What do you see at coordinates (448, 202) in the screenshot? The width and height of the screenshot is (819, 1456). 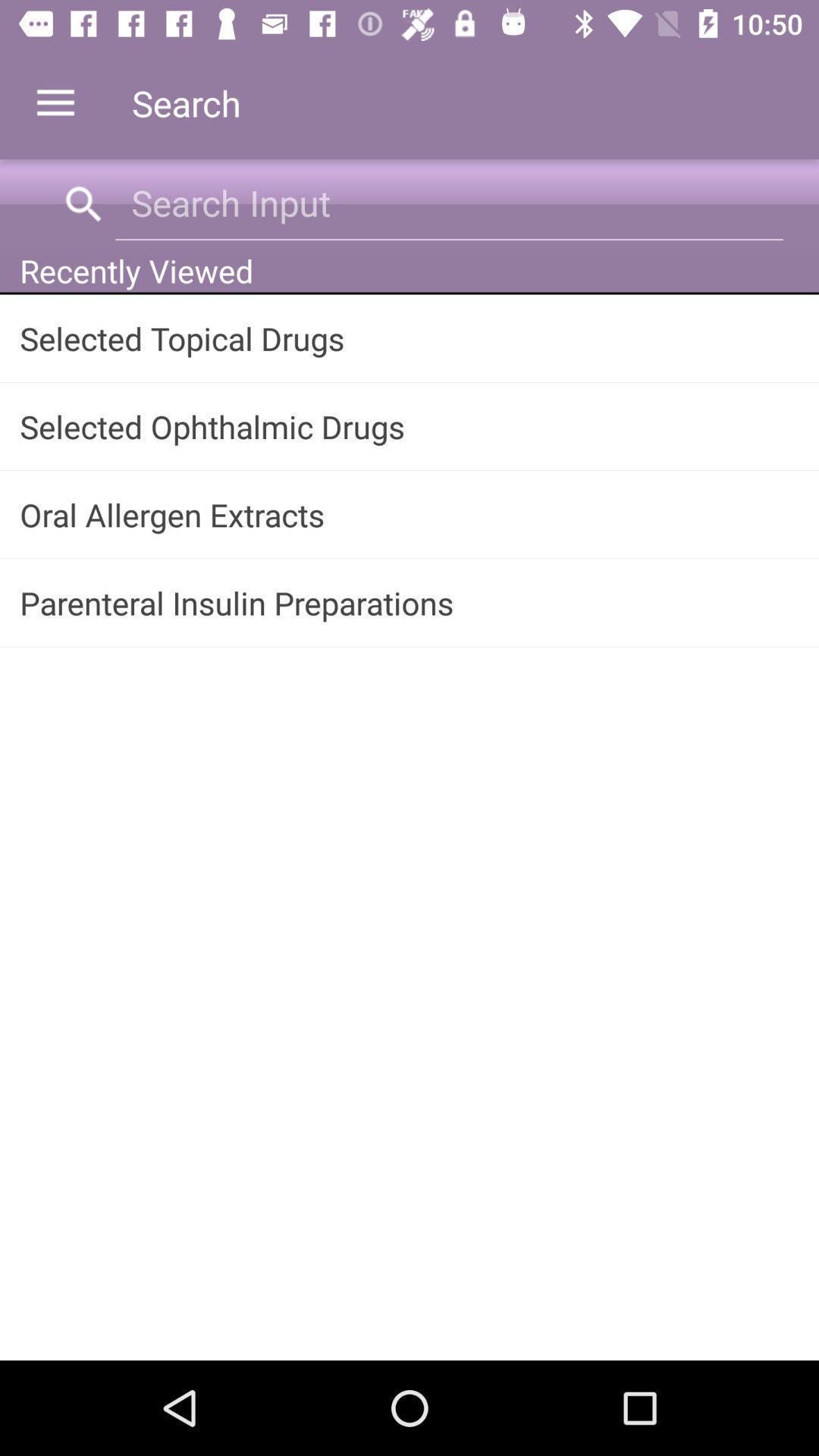 I see `item above the recently viewed` at bounding box center [448, 202].